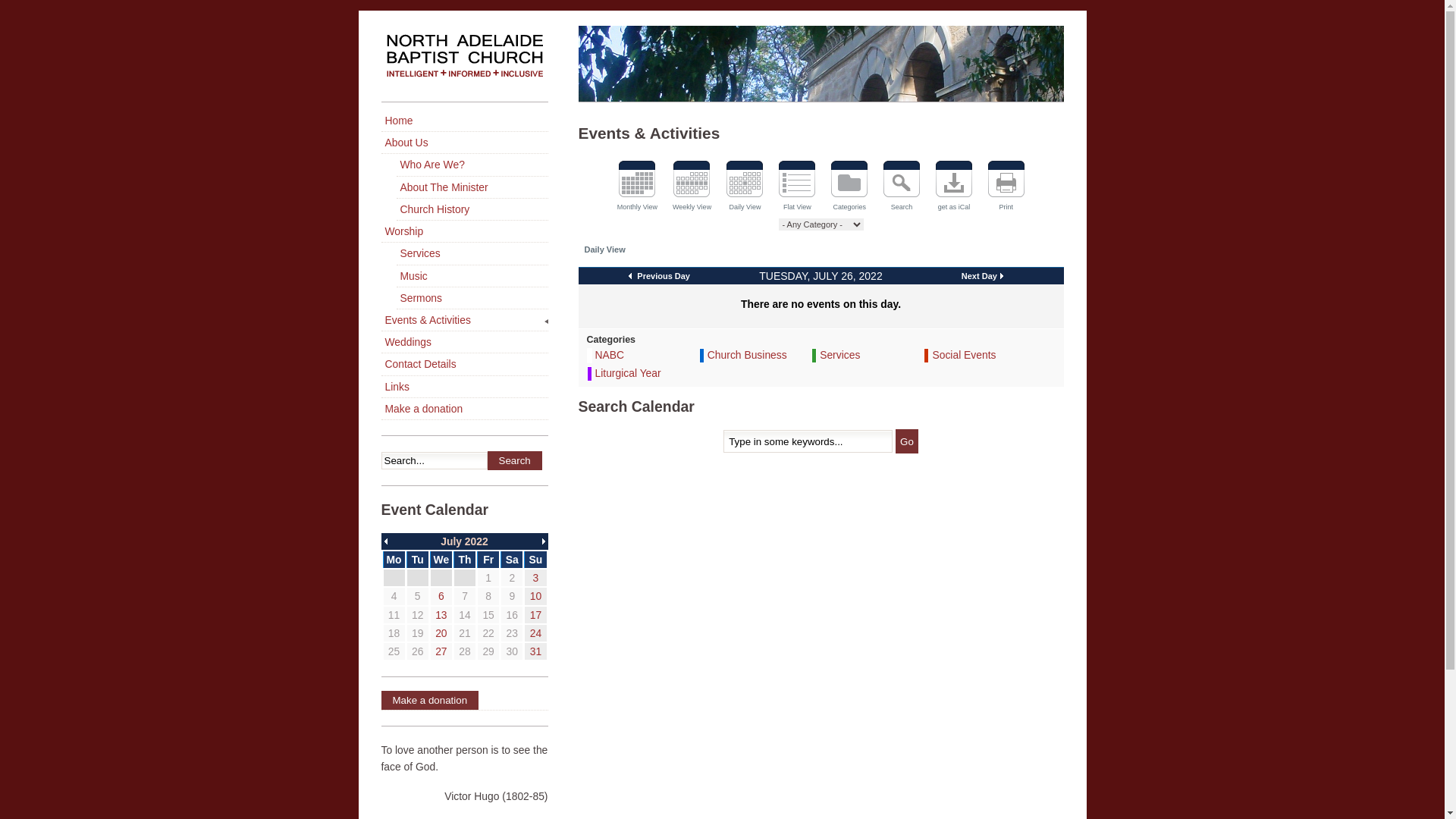 The width and height of the screenshot is (1456, 819). What do you see at coordinates (463, 319) in the screenshot?
I see `'Events & Activities'` at bounding box center [463, 319].